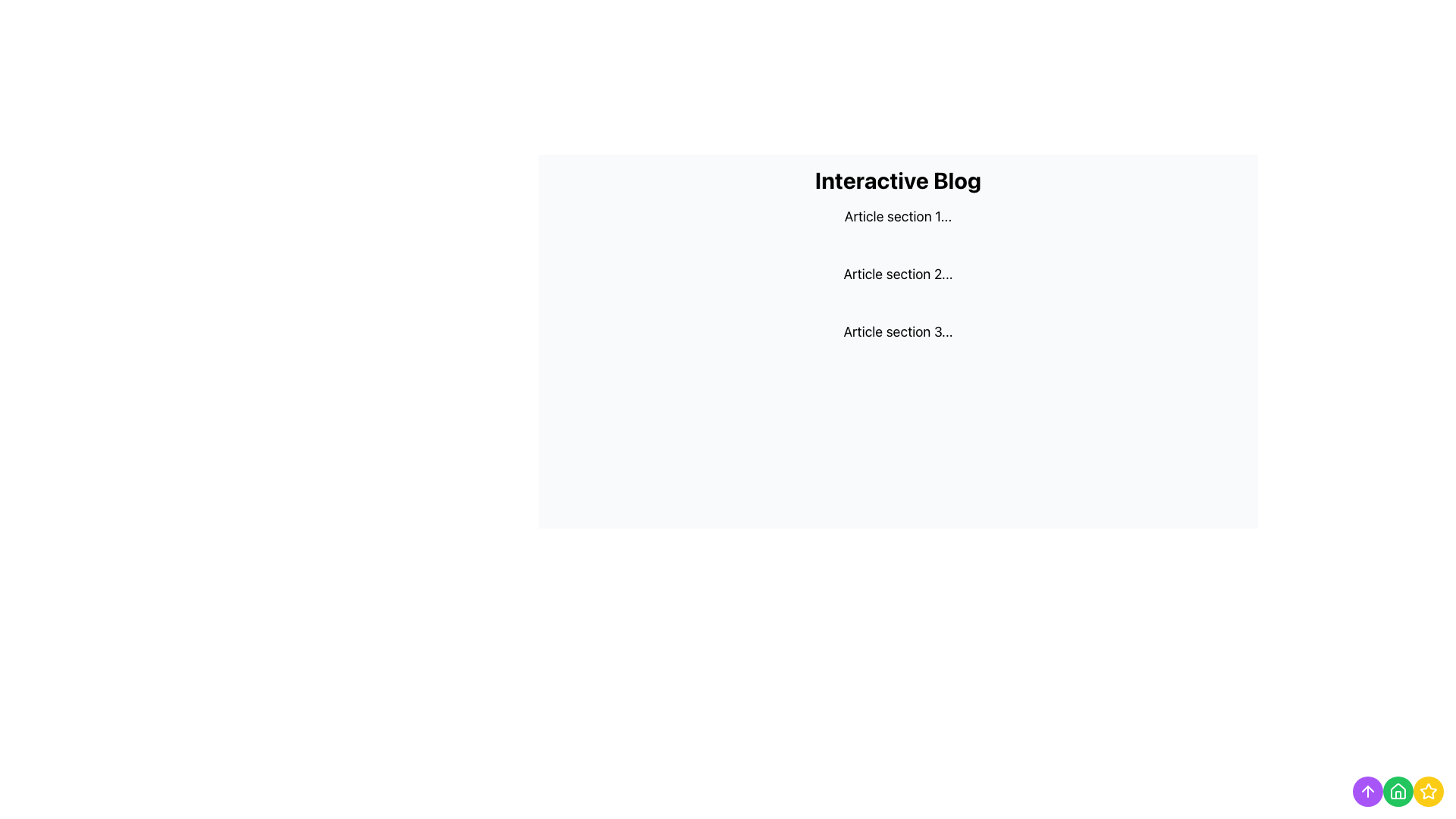  I want to click on the star icon located in the bottom right corner of the interface, so click(1427, 790).